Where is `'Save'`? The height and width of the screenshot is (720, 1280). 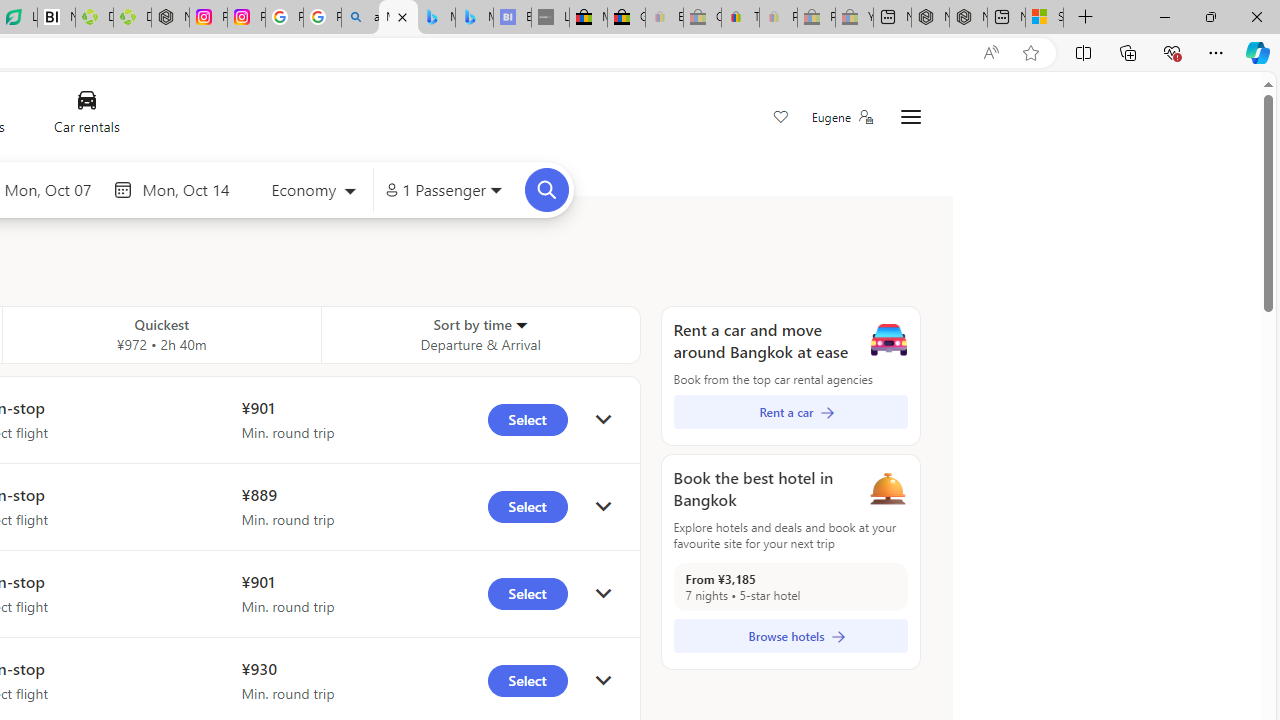
'Save' is located at coordinates (779, 118).